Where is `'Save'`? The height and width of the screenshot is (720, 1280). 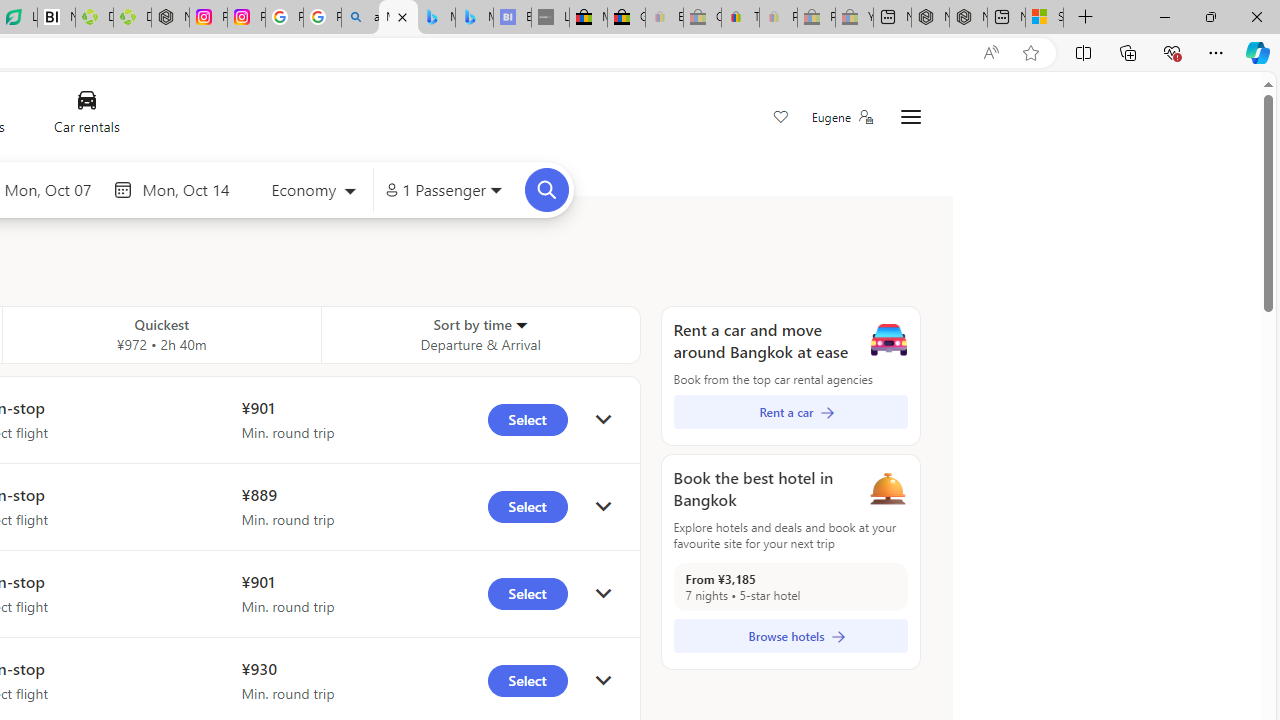
'Save' is located at coordinates (779, 118).